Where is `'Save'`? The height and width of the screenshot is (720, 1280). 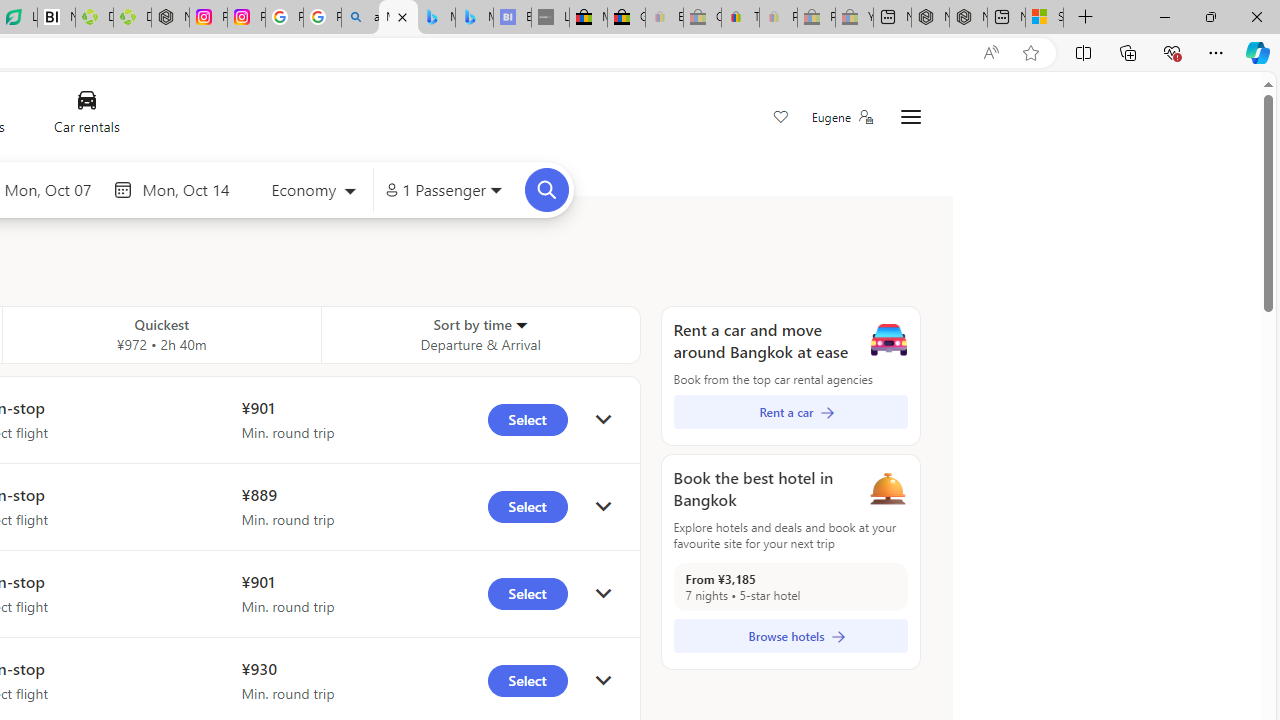
'Save' is located at coordinates (779, 118).